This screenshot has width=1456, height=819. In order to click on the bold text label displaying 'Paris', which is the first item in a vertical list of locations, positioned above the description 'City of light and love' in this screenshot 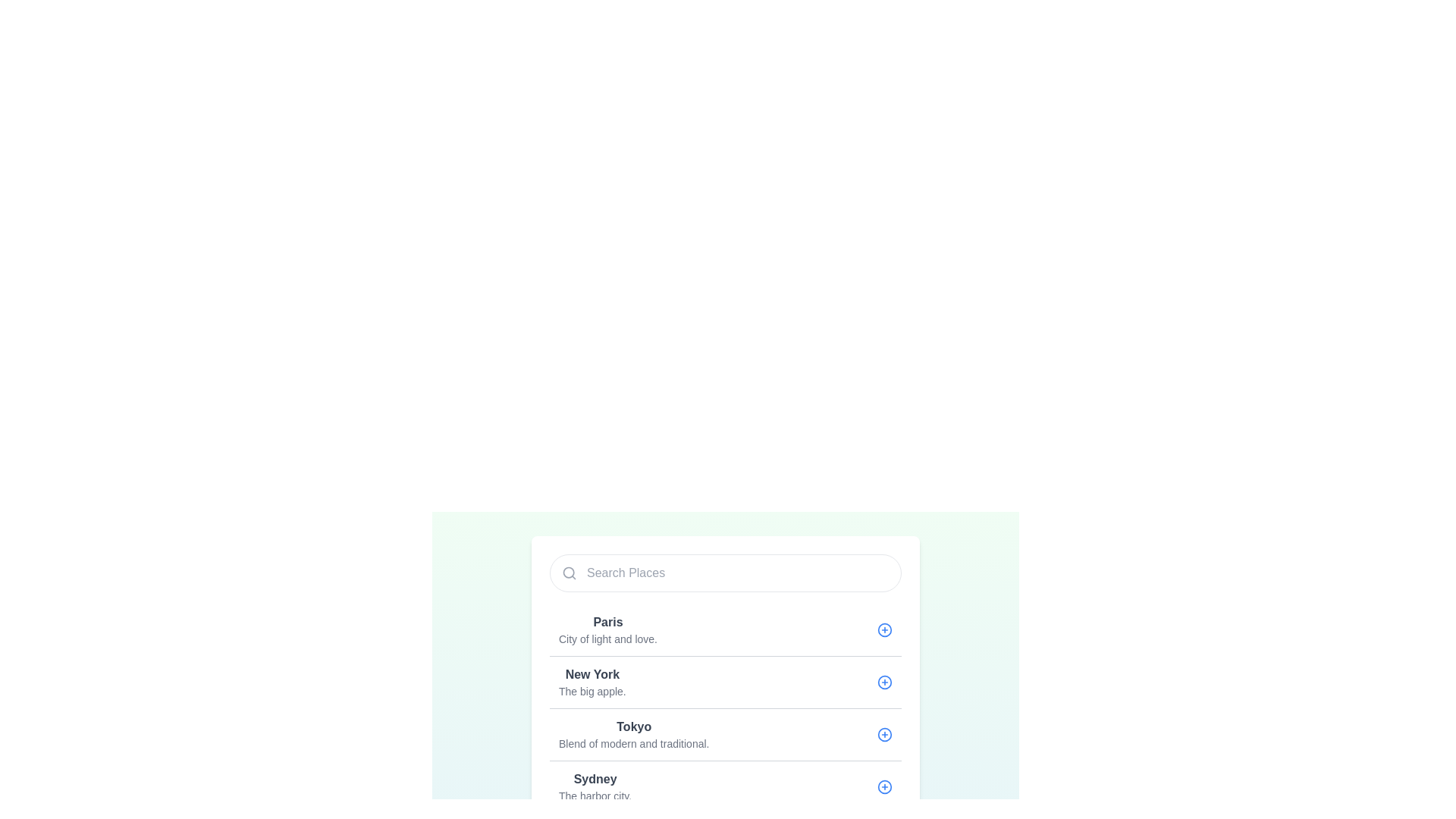, I will do `click(607, 623)`.